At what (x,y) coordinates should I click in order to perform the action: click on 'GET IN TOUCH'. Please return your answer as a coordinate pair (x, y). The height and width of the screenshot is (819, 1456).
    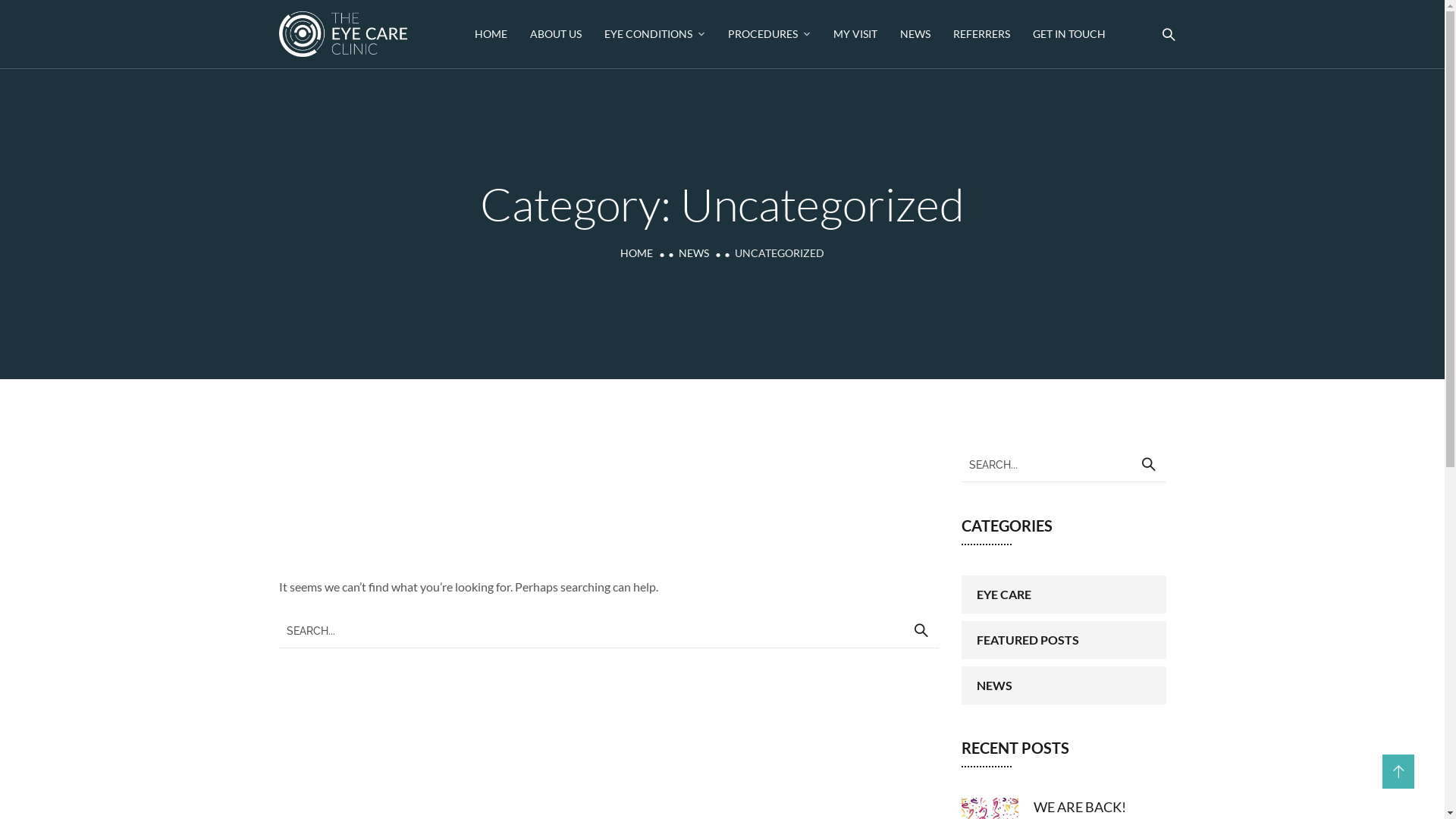
    Looking at the image, I should click on (1068, 34).